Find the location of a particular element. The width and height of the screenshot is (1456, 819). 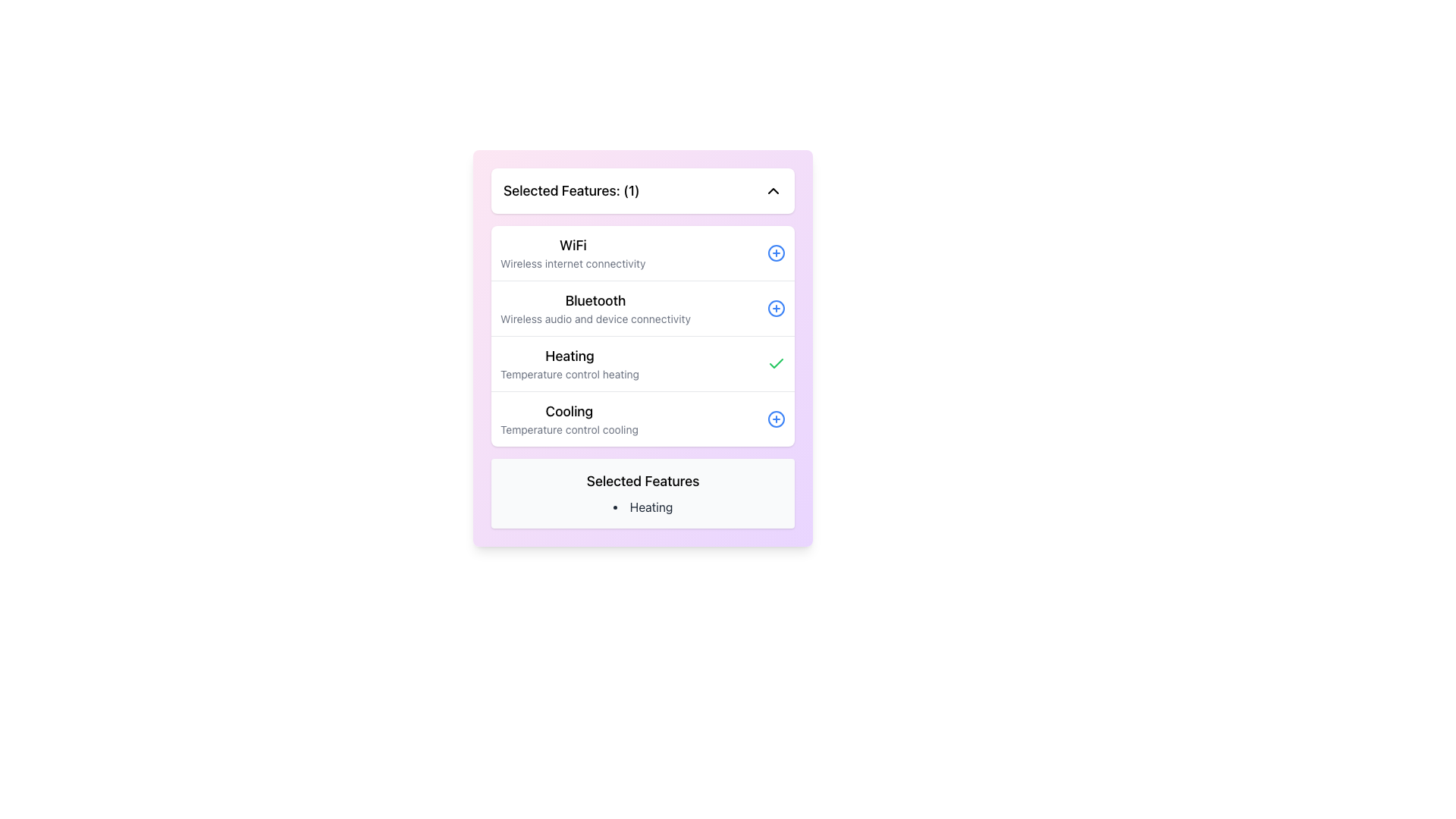

the circular '+' icon with a blue outline located to the right of the 'Bluetooth' feature in the list is located at coordinates (776, 308).